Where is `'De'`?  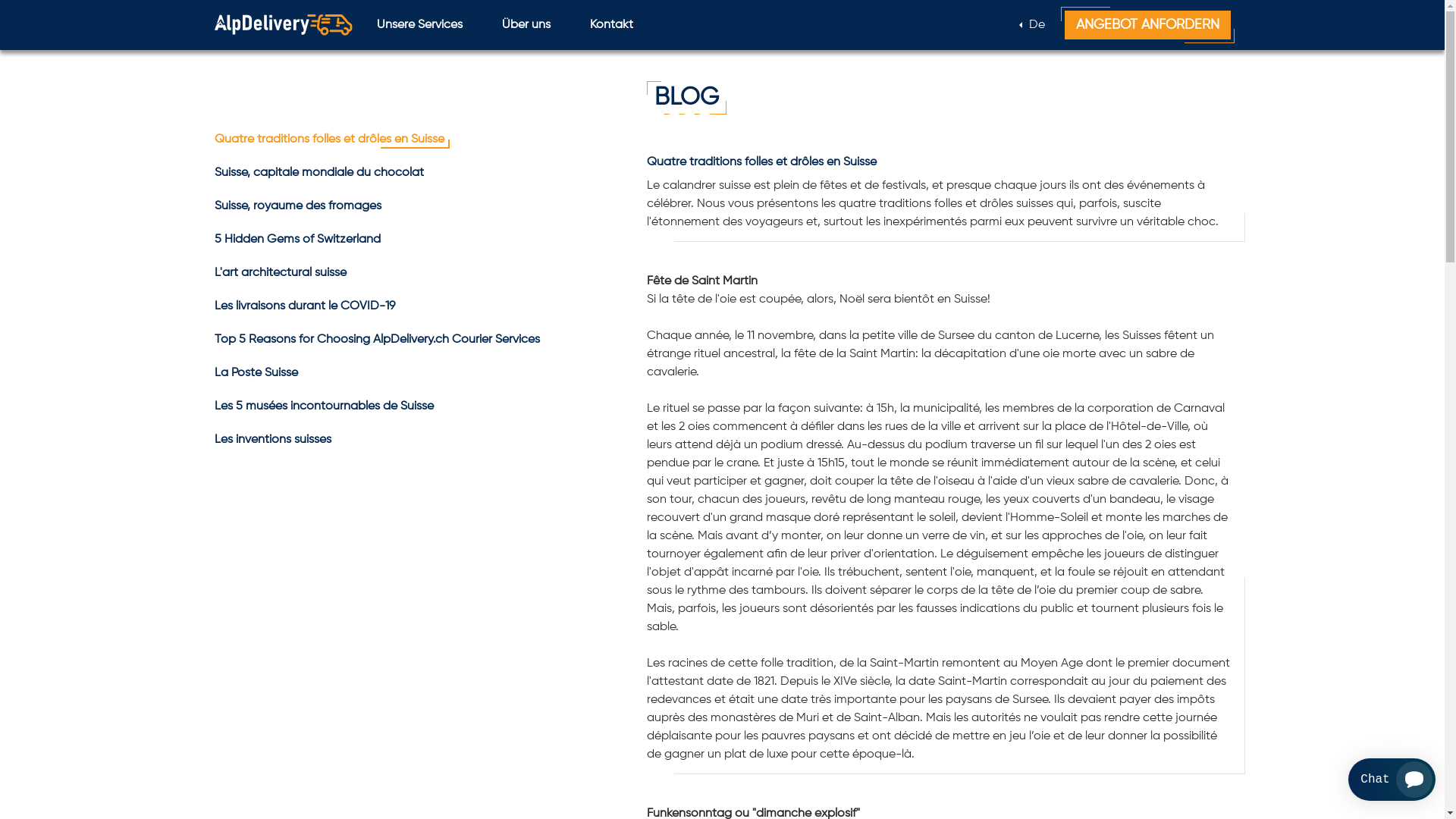
'De' is located at coordinates (1031, 25).